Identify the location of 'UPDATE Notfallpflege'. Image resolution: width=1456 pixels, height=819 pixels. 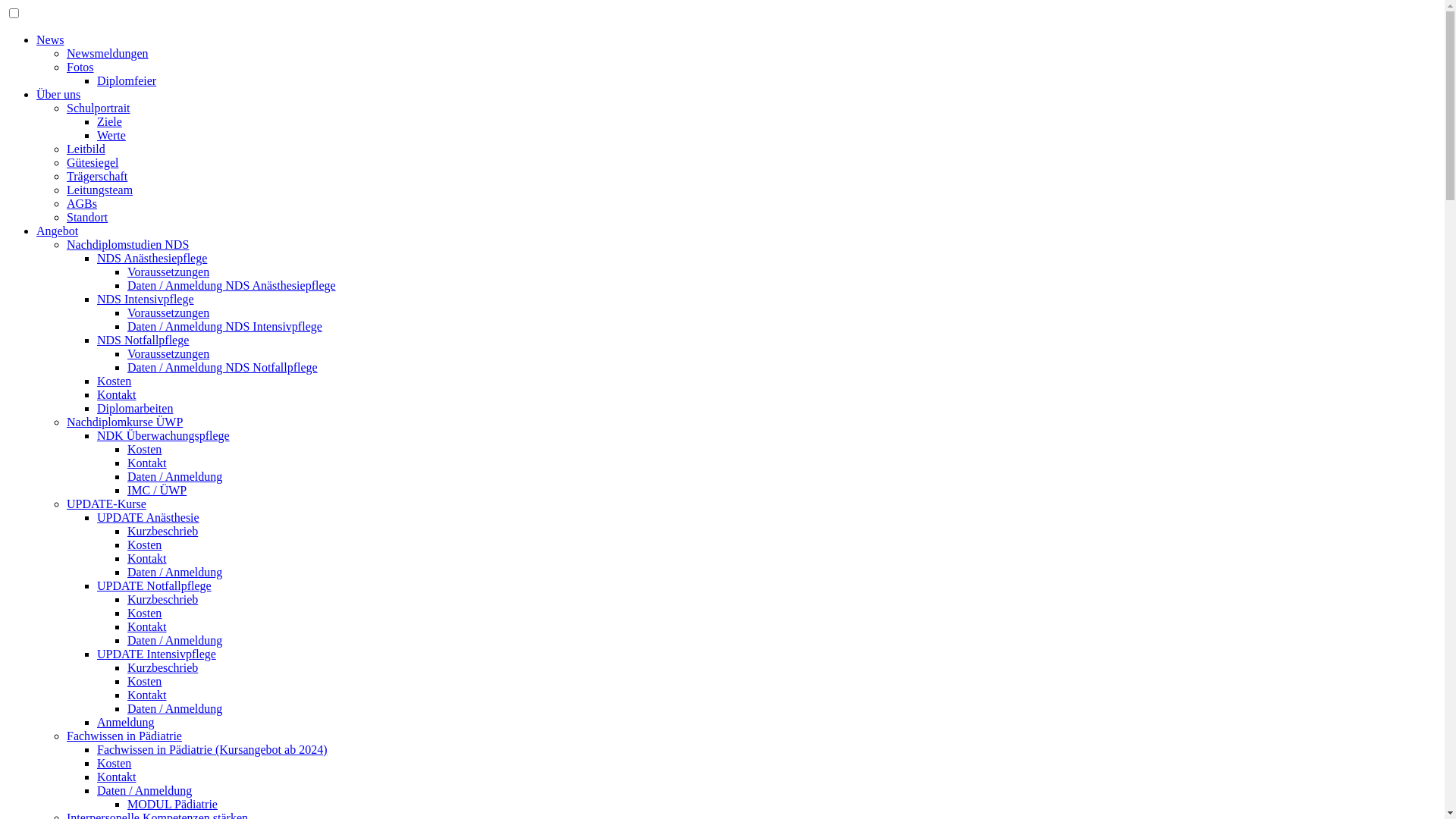
(154, 585).